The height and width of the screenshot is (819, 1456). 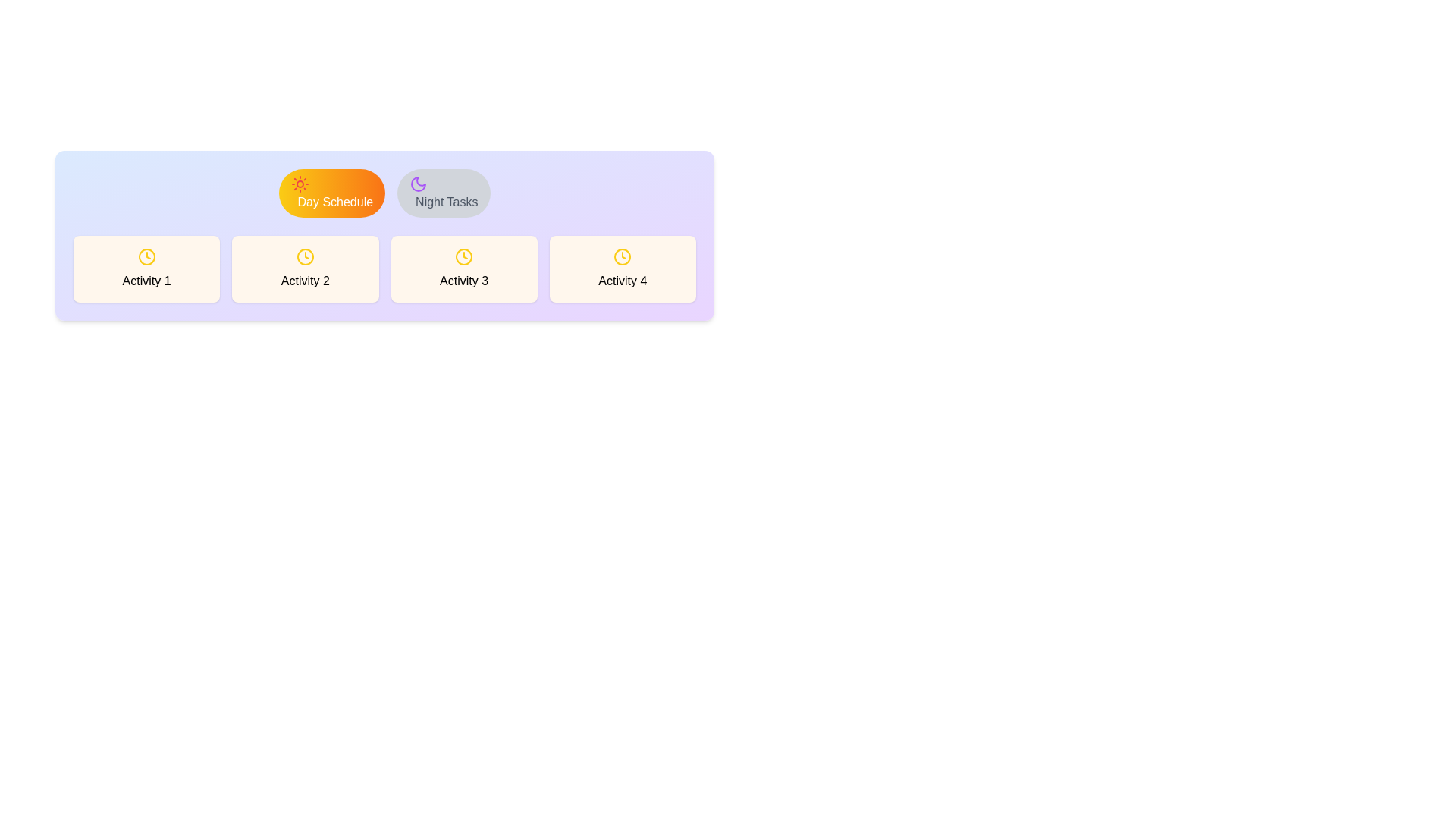 I want to click on the text Activity 1 within the content, so click(x=146, y=268).